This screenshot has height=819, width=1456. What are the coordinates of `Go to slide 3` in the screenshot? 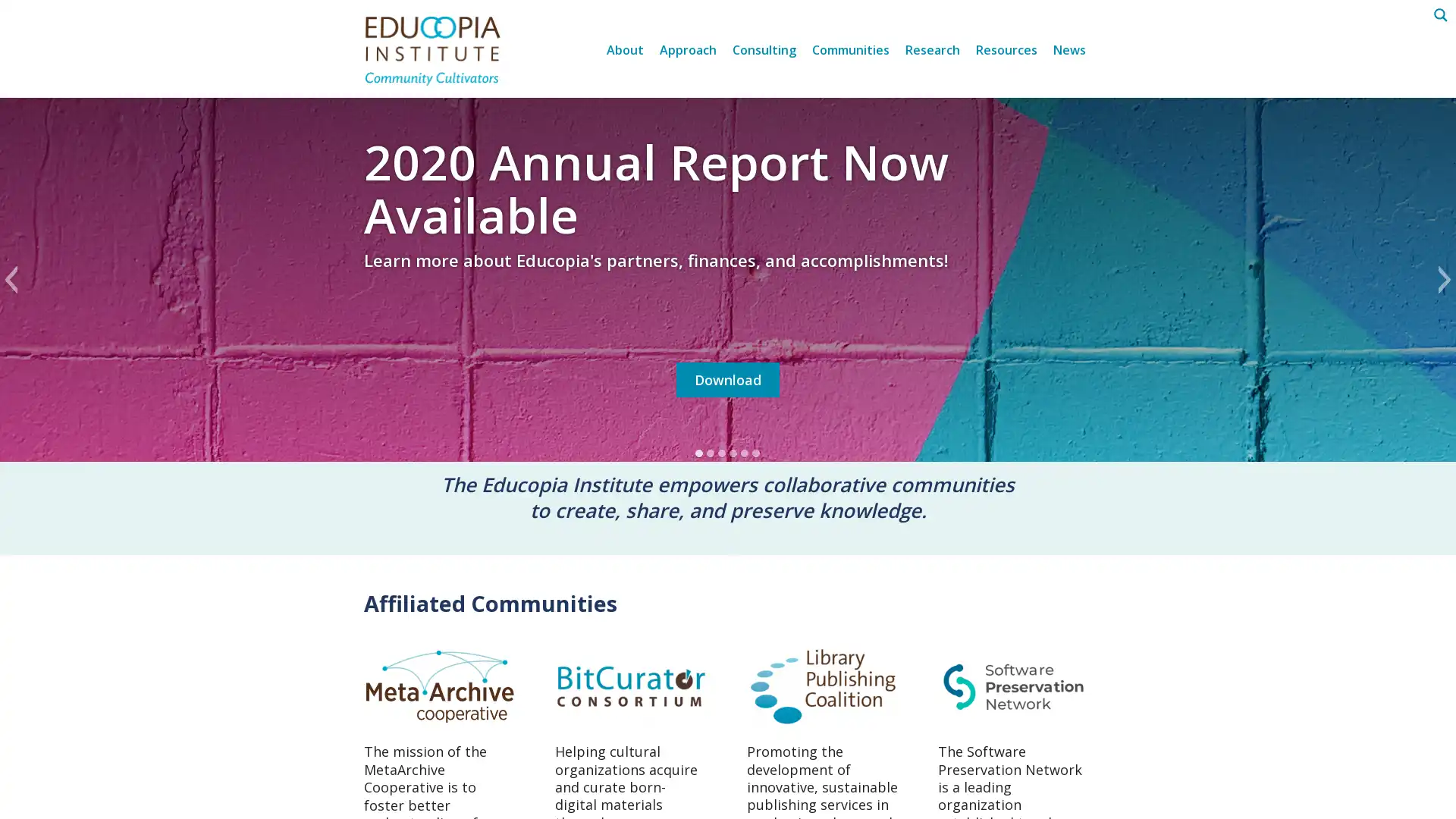 It's located at (721, 453).